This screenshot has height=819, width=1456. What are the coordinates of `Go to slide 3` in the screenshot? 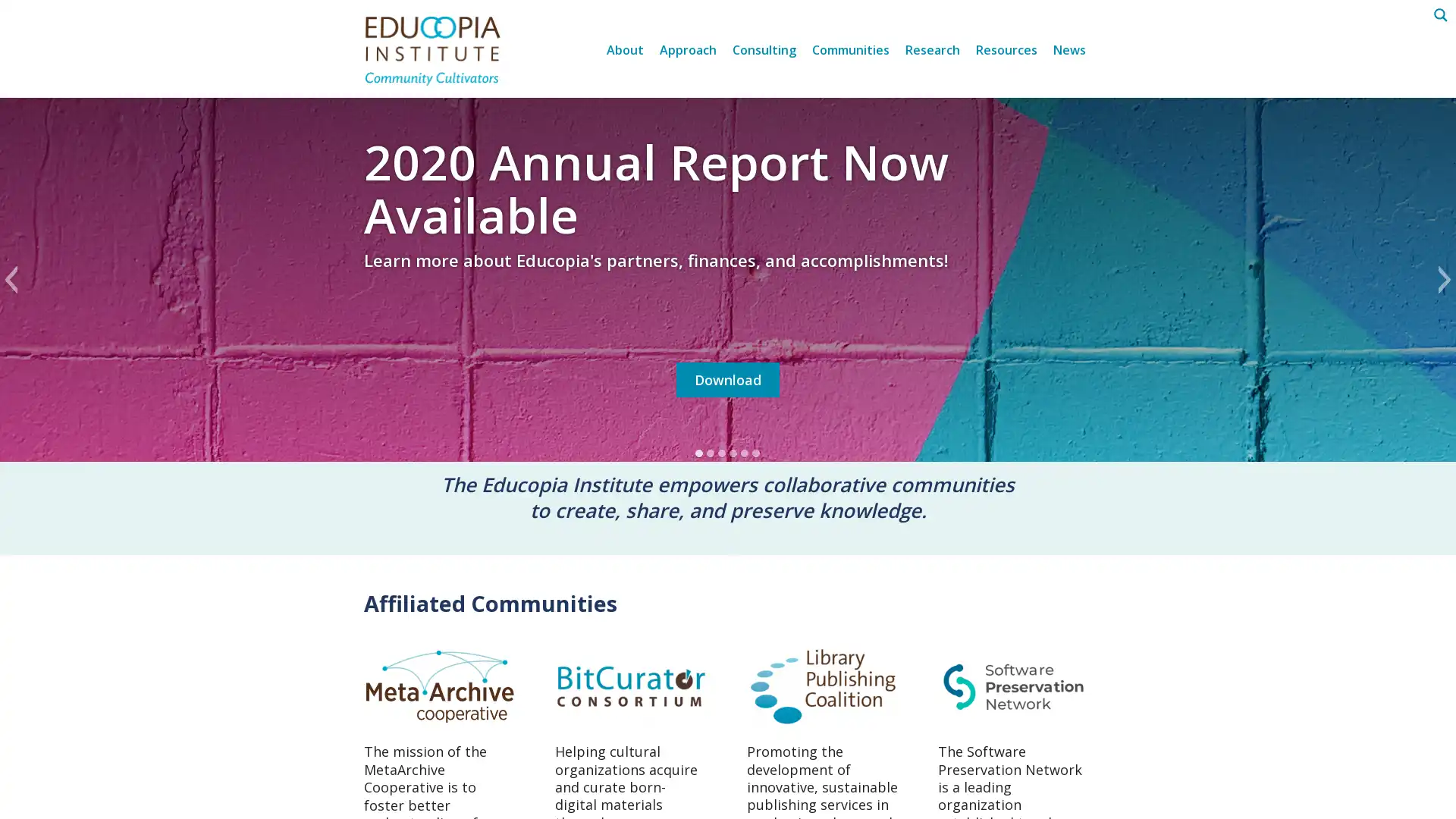 It's located at (721, 453).